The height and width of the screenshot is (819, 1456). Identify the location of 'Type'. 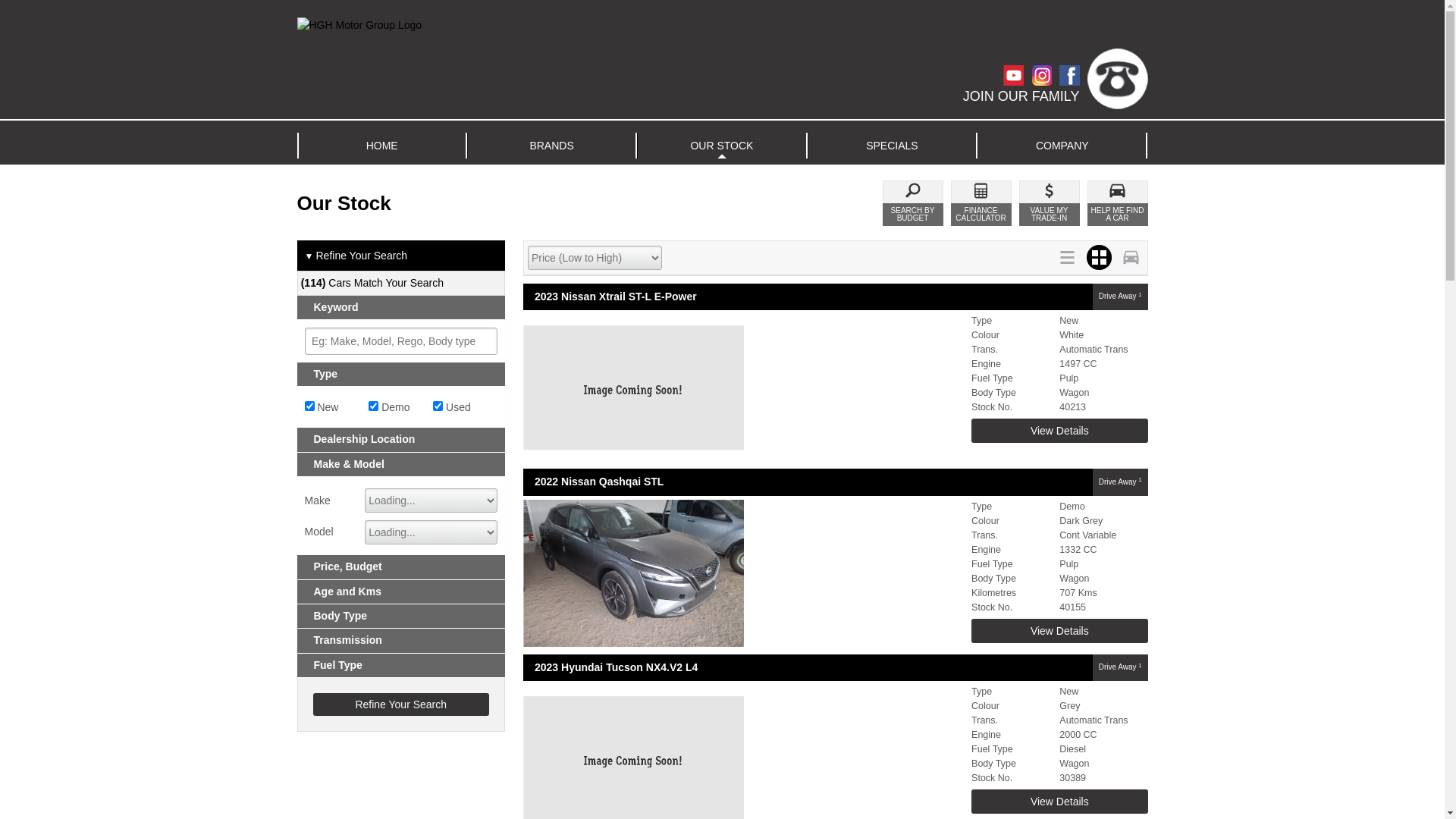
(401, 374).